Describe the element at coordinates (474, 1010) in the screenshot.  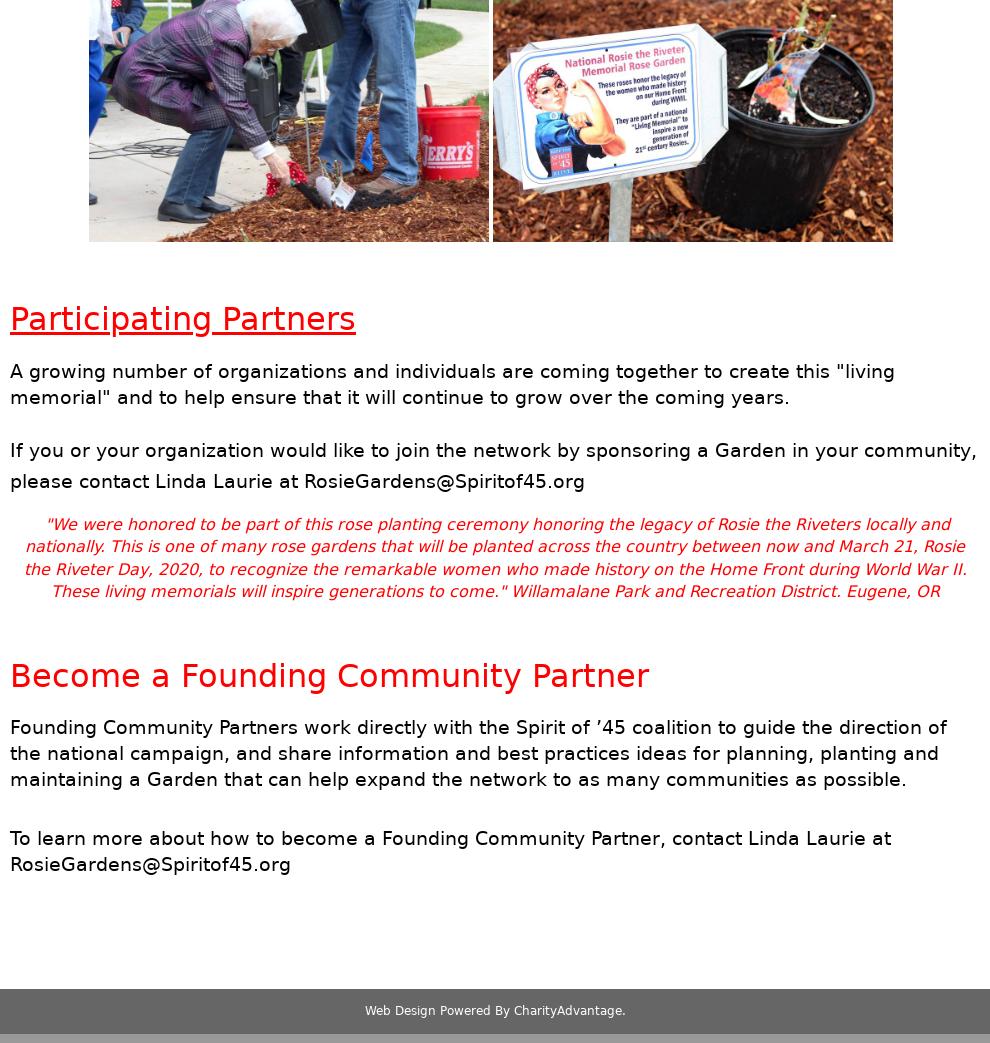
I see `'Powered By'` at that location.